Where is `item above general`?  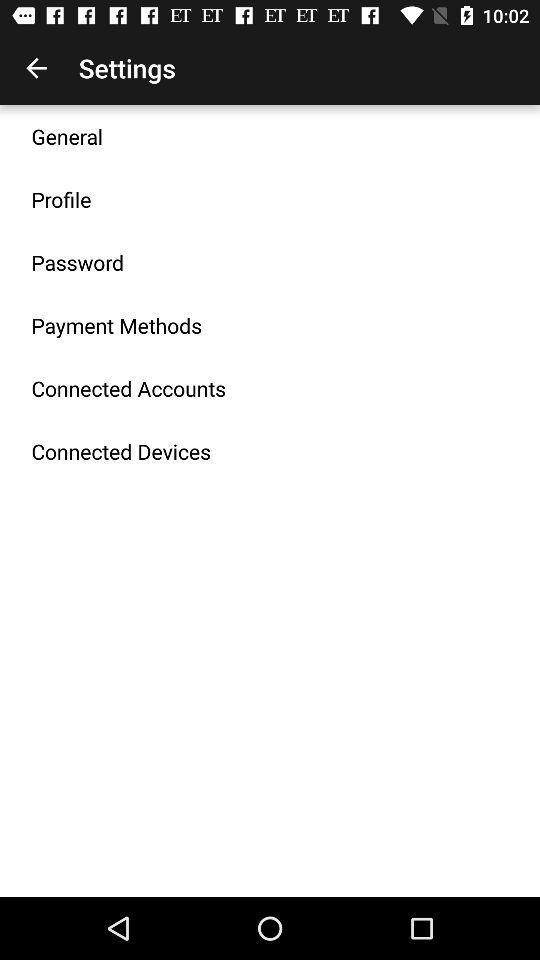 item above general is located at coordinates (36, 68).